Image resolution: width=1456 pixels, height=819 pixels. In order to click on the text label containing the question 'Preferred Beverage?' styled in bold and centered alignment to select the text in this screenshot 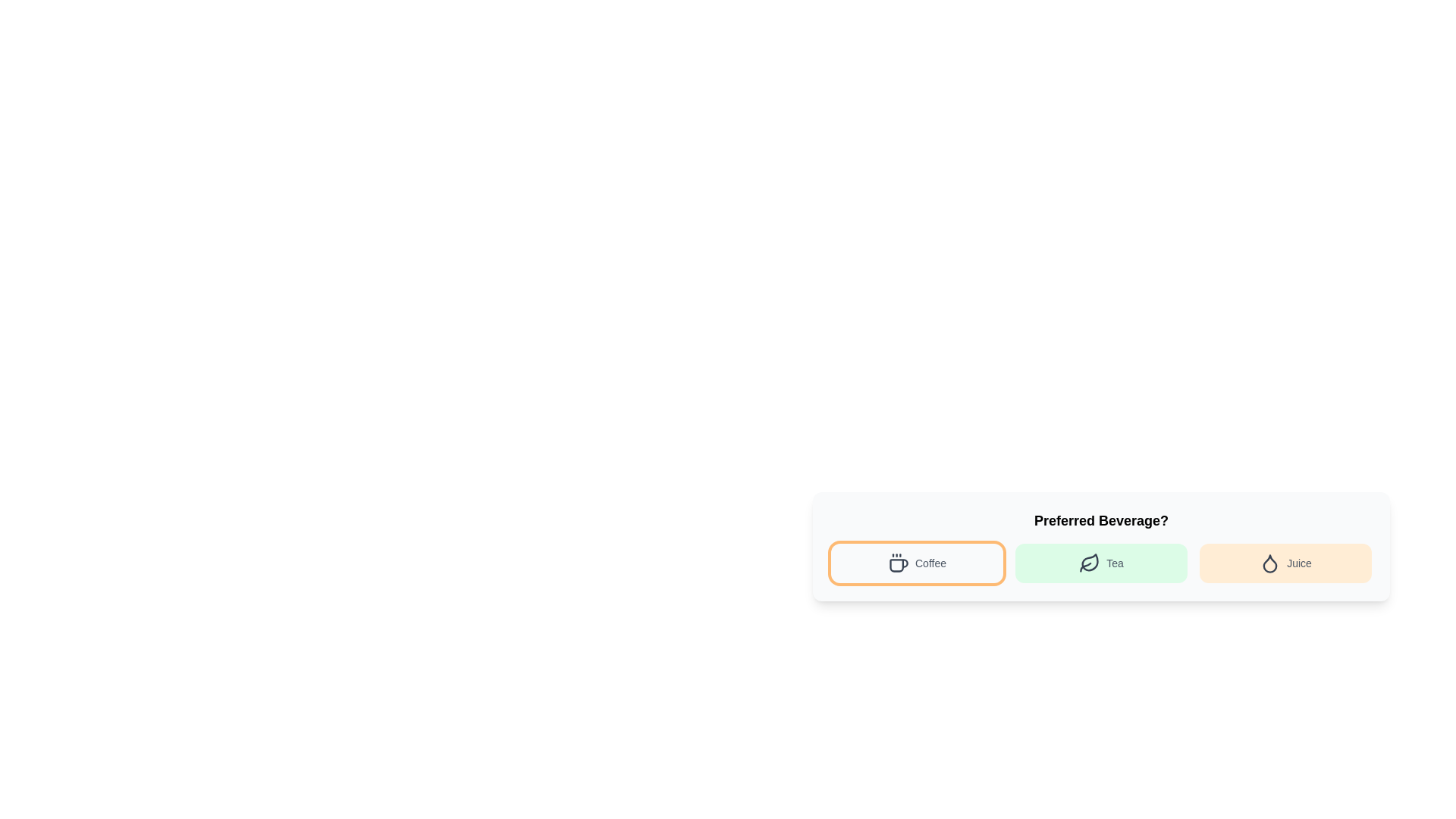, I will do `click(1101, 519)`.